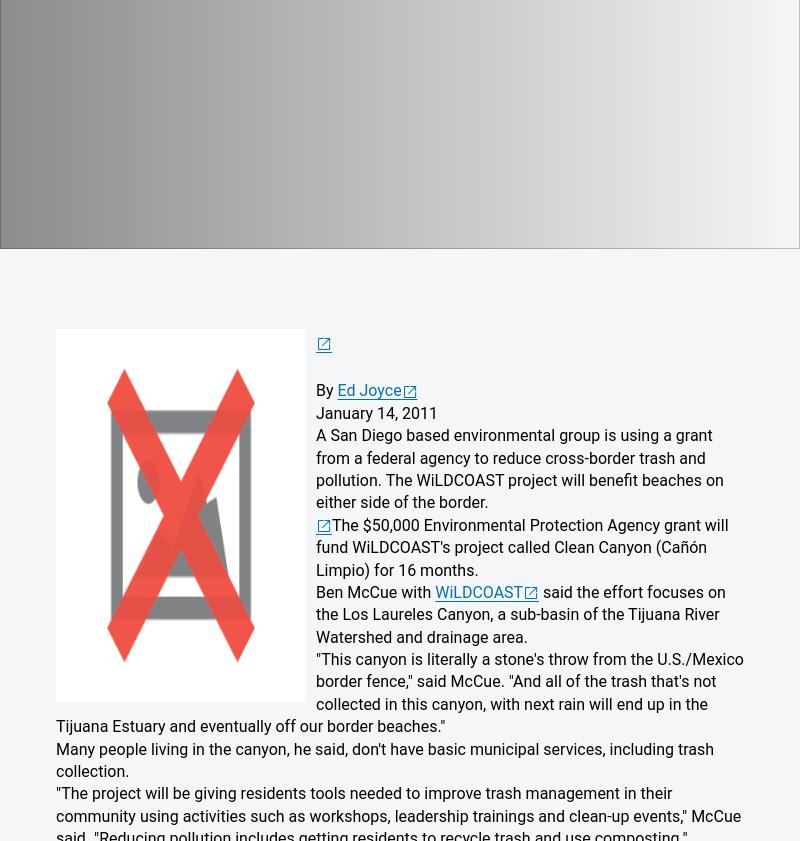 This screenshot has height=841, width=800. I want to click on '"This canyon is literally a stone's throw from the U.S./Mexico border fence," said McCue. "And all of the trash that's not collected in this canyon, with next rain will end up in the Tijuana Estuary and eventually off our border beaches."', so click(398, 692).